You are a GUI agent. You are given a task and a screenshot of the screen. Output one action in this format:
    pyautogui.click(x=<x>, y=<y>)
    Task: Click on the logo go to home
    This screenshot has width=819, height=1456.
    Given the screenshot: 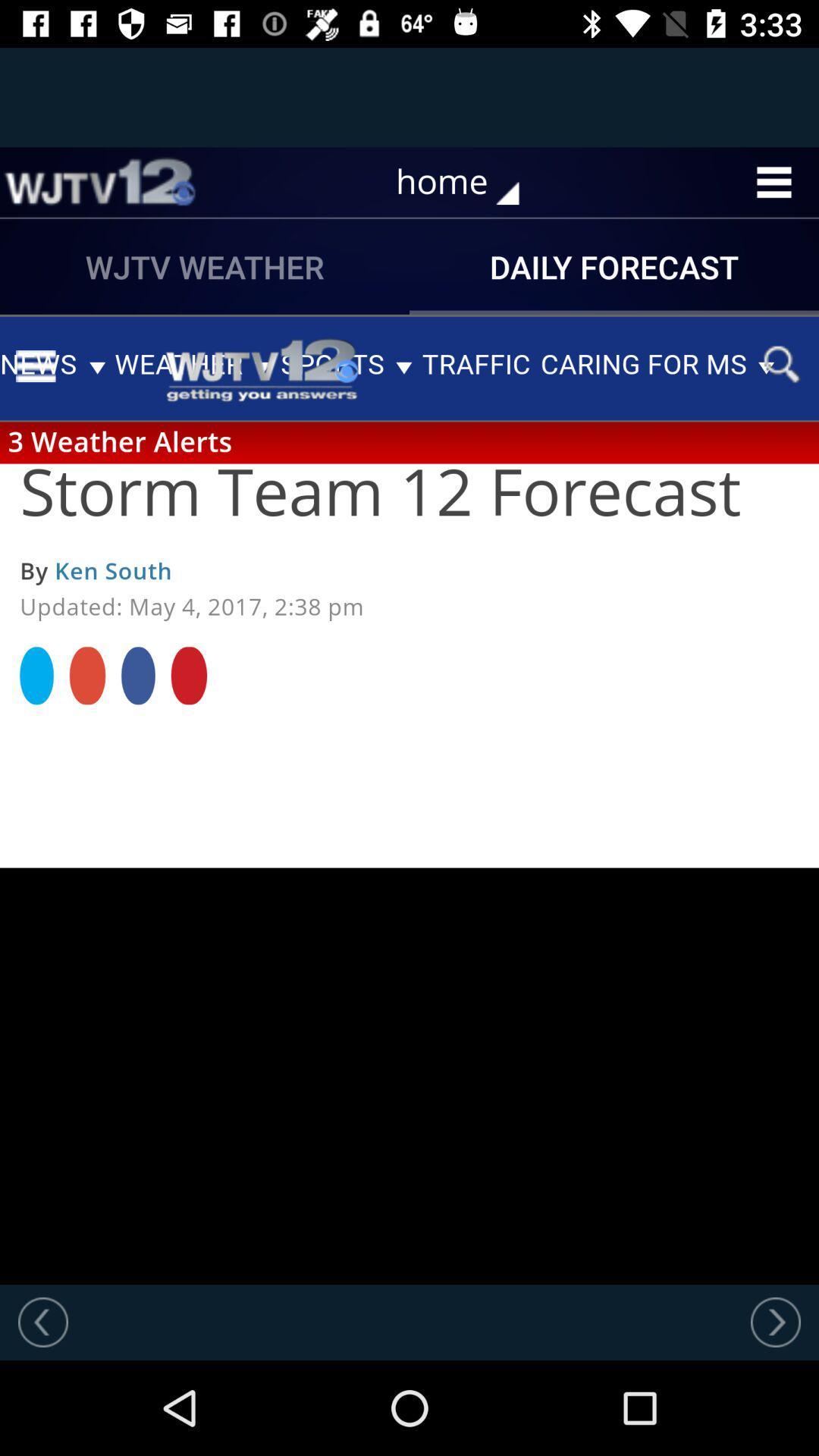 What is the action you would take?
    pyautogui.click(x=99, y=182)
    